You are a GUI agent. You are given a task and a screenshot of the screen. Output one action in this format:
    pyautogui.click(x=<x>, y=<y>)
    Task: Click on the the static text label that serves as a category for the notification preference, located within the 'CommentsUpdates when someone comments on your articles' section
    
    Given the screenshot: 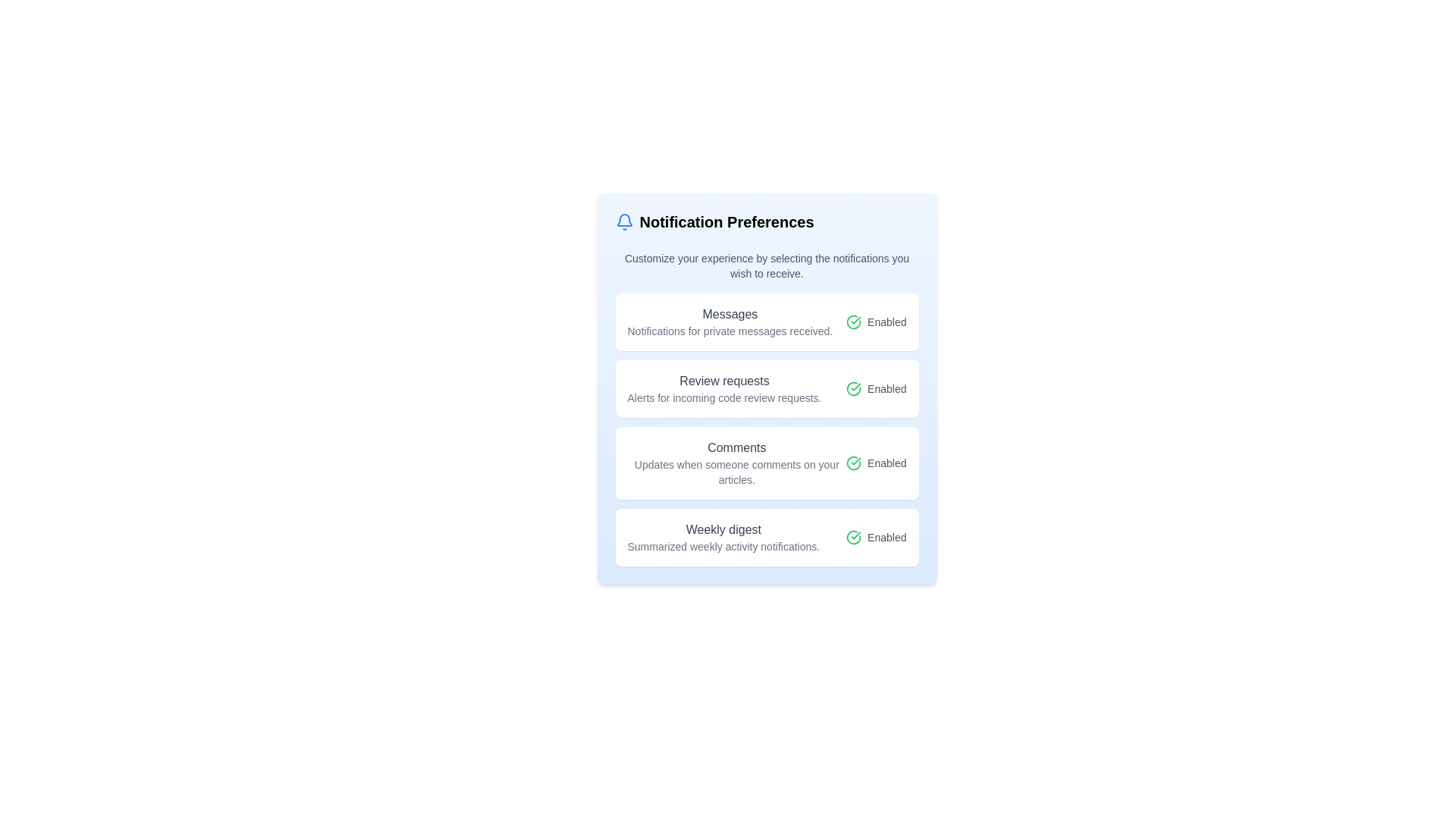 What is the action you would take?
    pyautogui.click(x=736, y=447)
    